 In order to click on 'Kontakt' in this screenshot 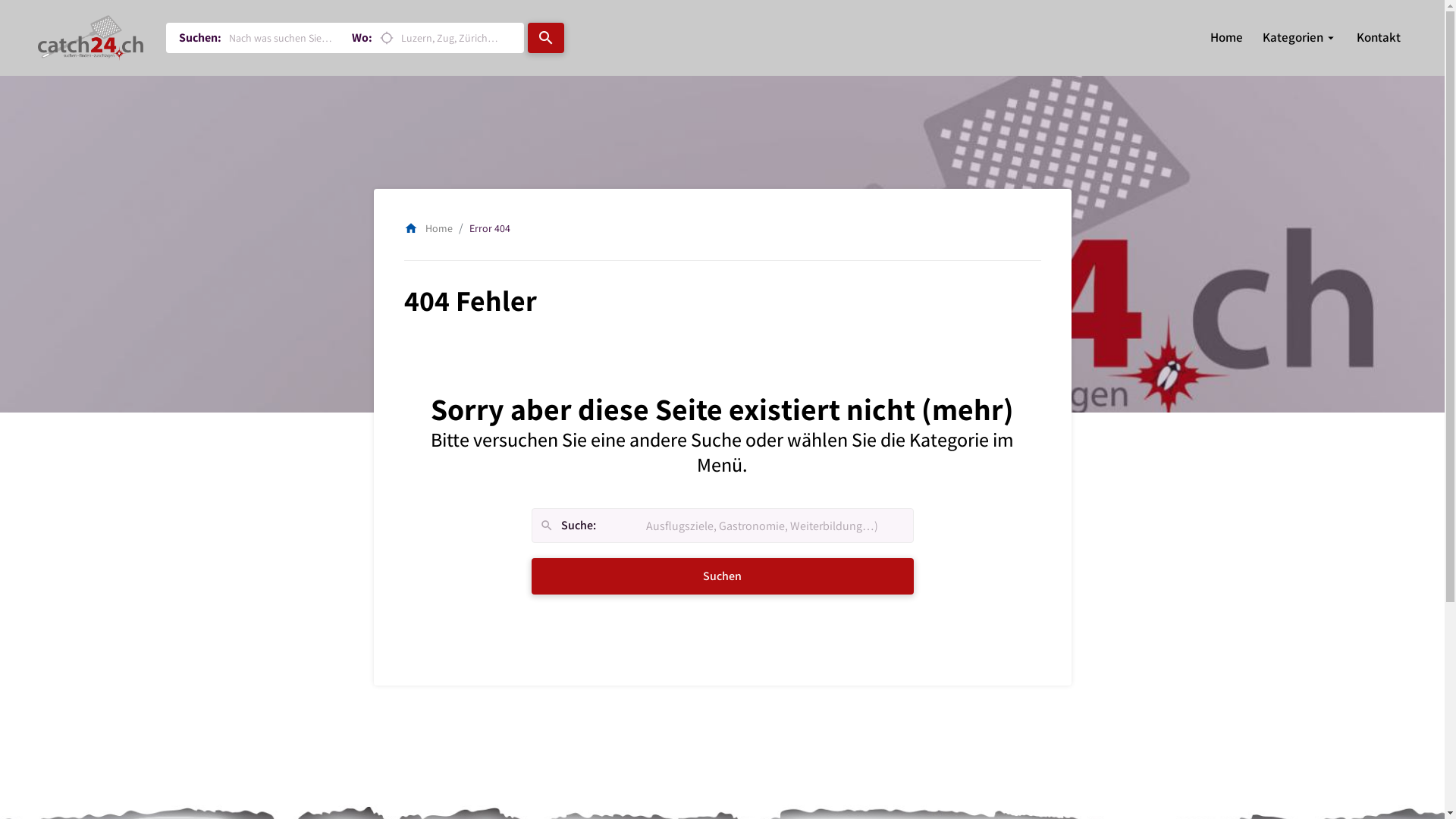, I will do `click(1379, 37)`.